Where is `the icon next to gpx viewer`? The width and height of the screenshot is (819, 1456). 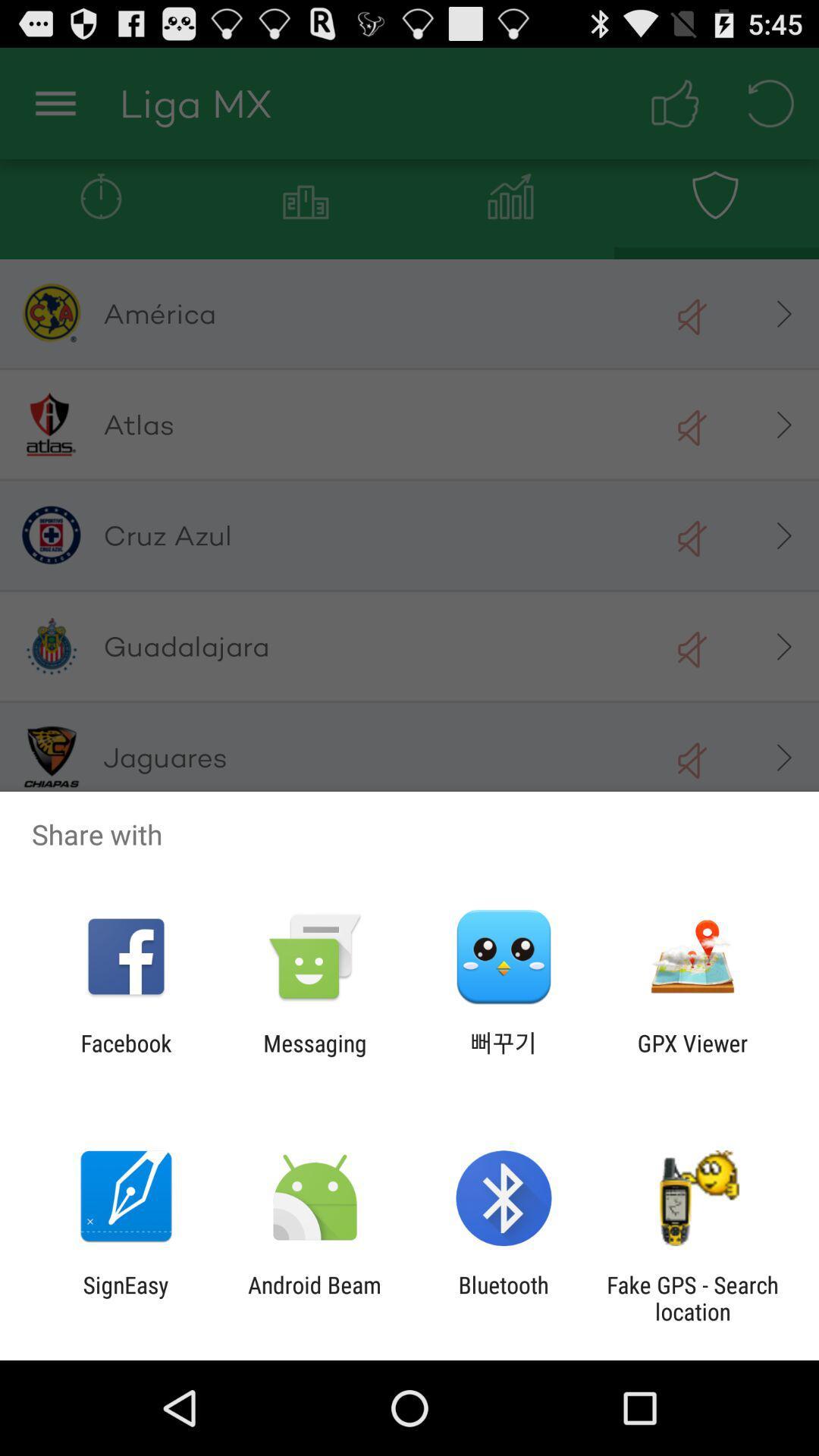
the icon next to gpx viewer is located at coordinates (504, 1056).